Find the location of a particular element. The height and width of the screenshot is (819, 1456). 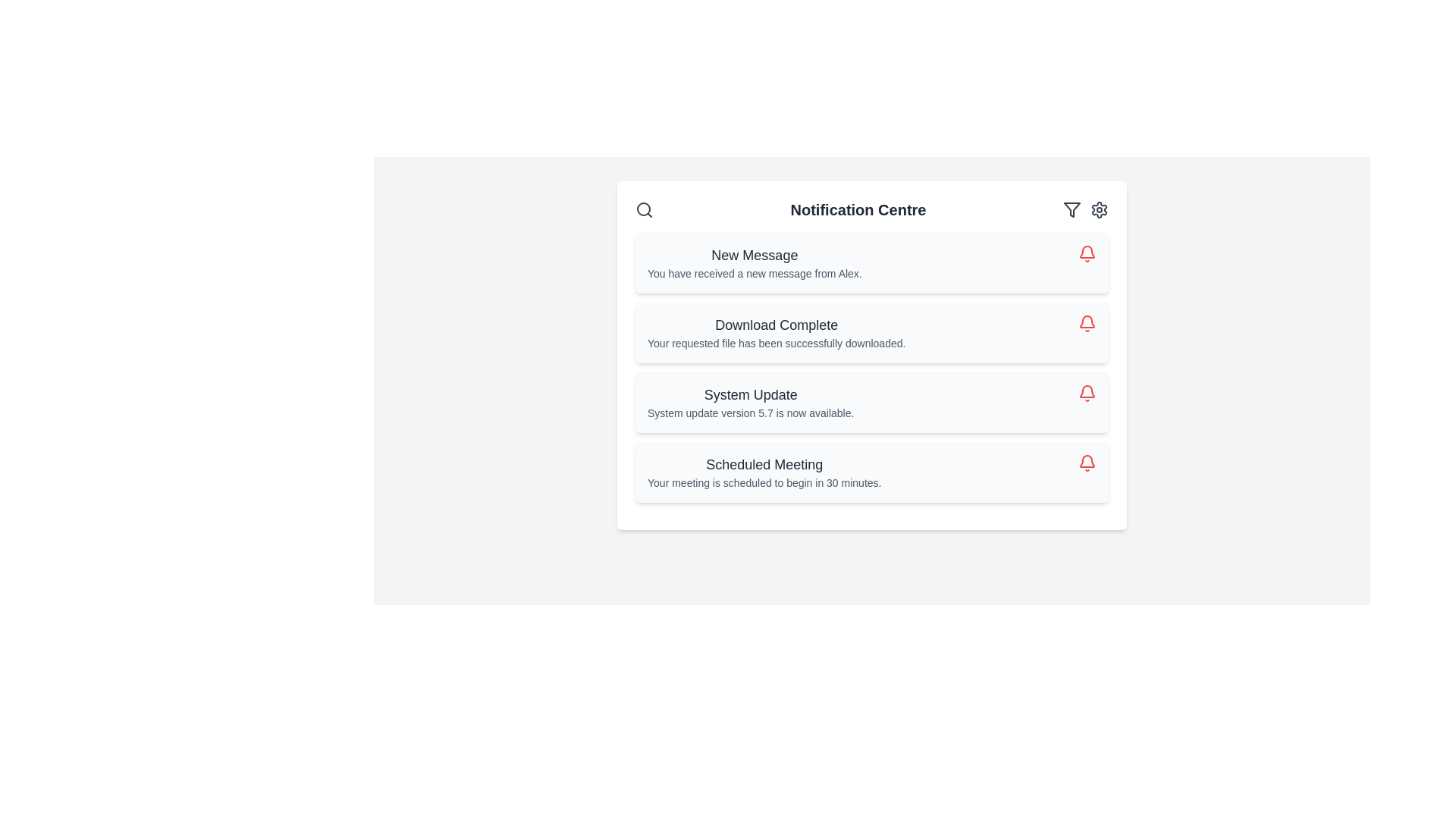

the interactive action icon located at the top-right corner of the 'New Message' notification card is located at coordinates (1087, 253).